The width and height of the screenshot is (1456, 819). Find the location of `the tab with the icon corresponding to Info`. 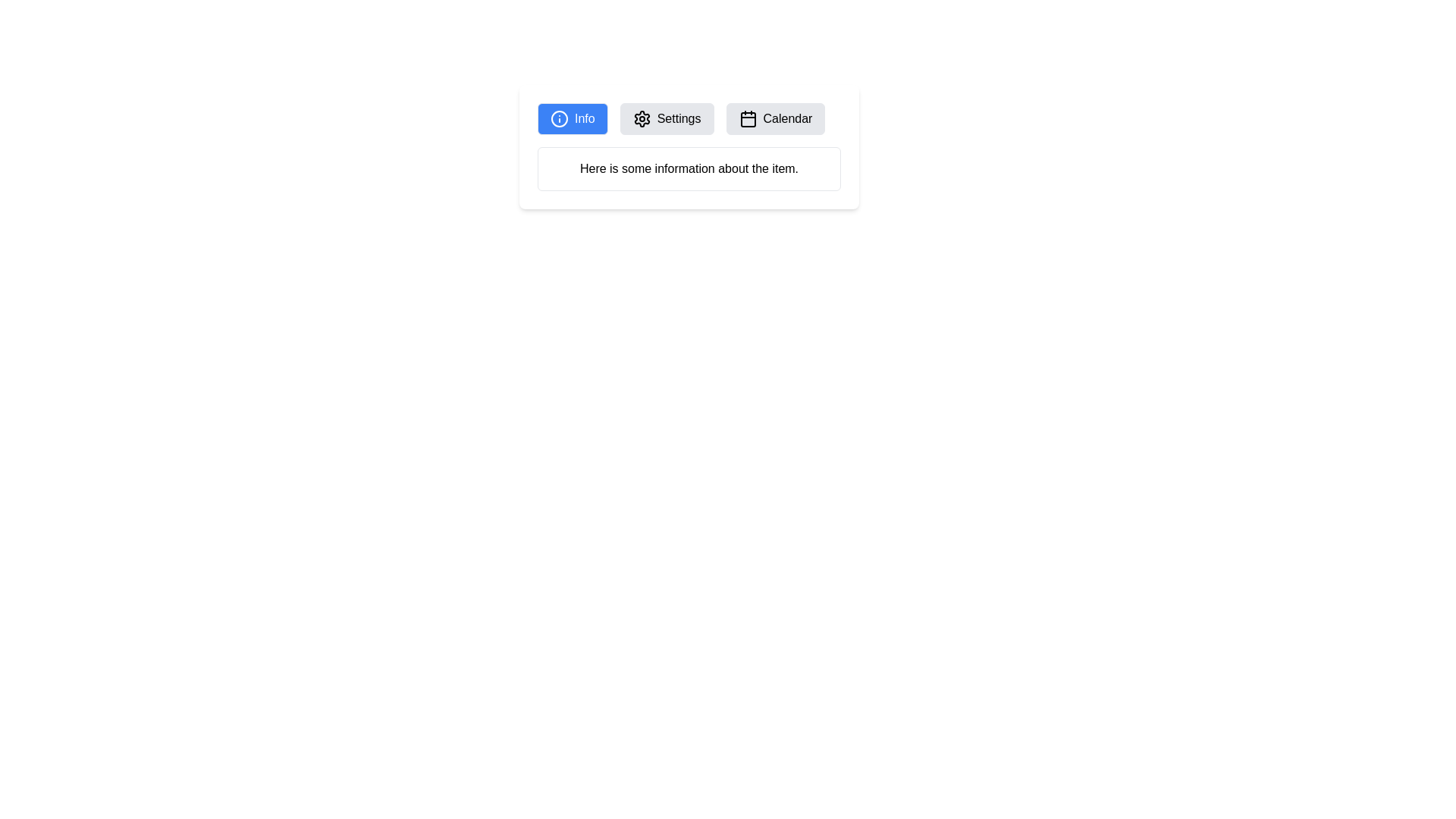

the tab with the icon corresponding to Info is located at coordinates (571, 118).